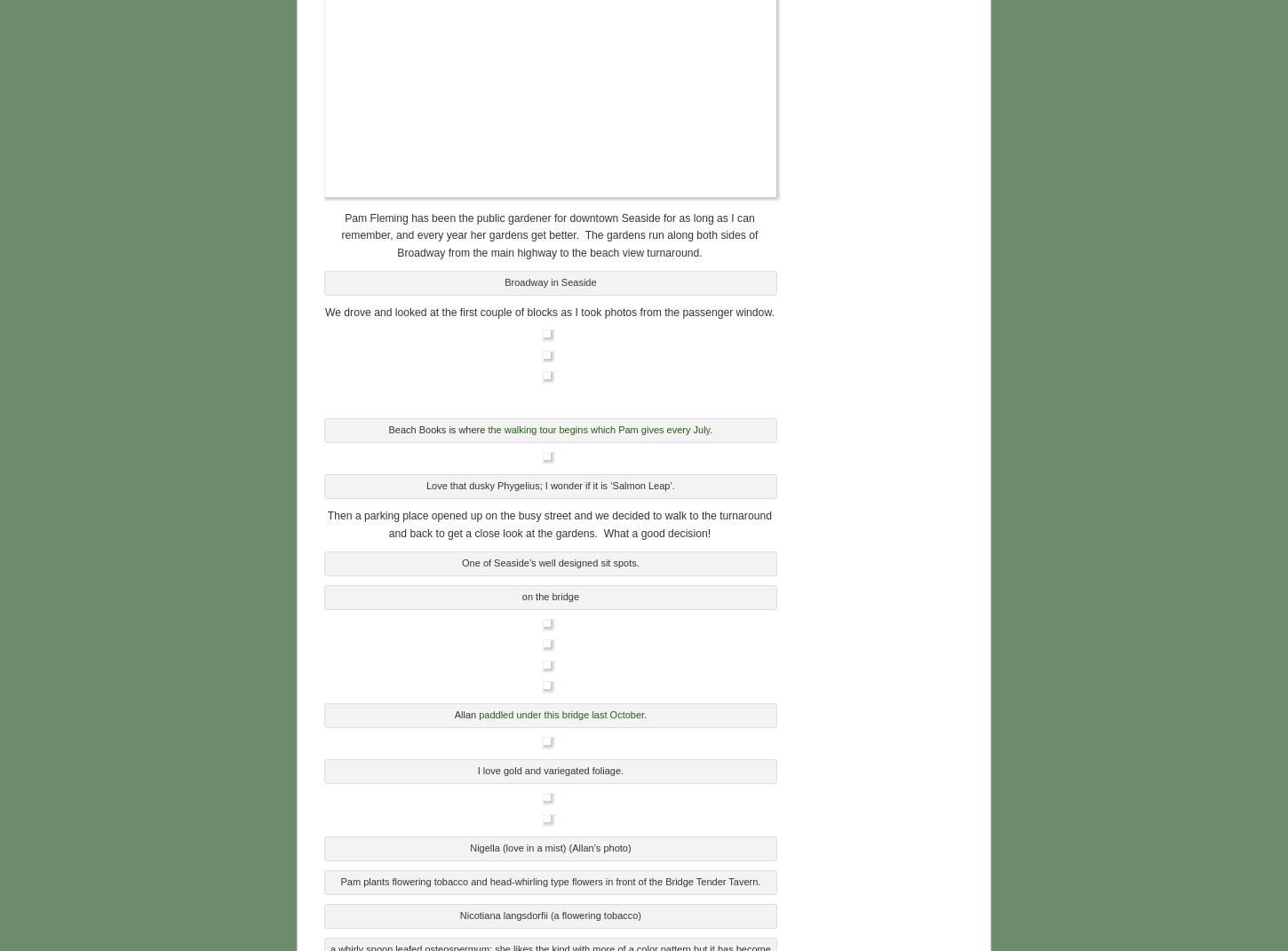 The height and width of the screenshot is (951, 1288). Describe the element at coordinates (645, 712) in the screenshot. I see `'.'` at that location.